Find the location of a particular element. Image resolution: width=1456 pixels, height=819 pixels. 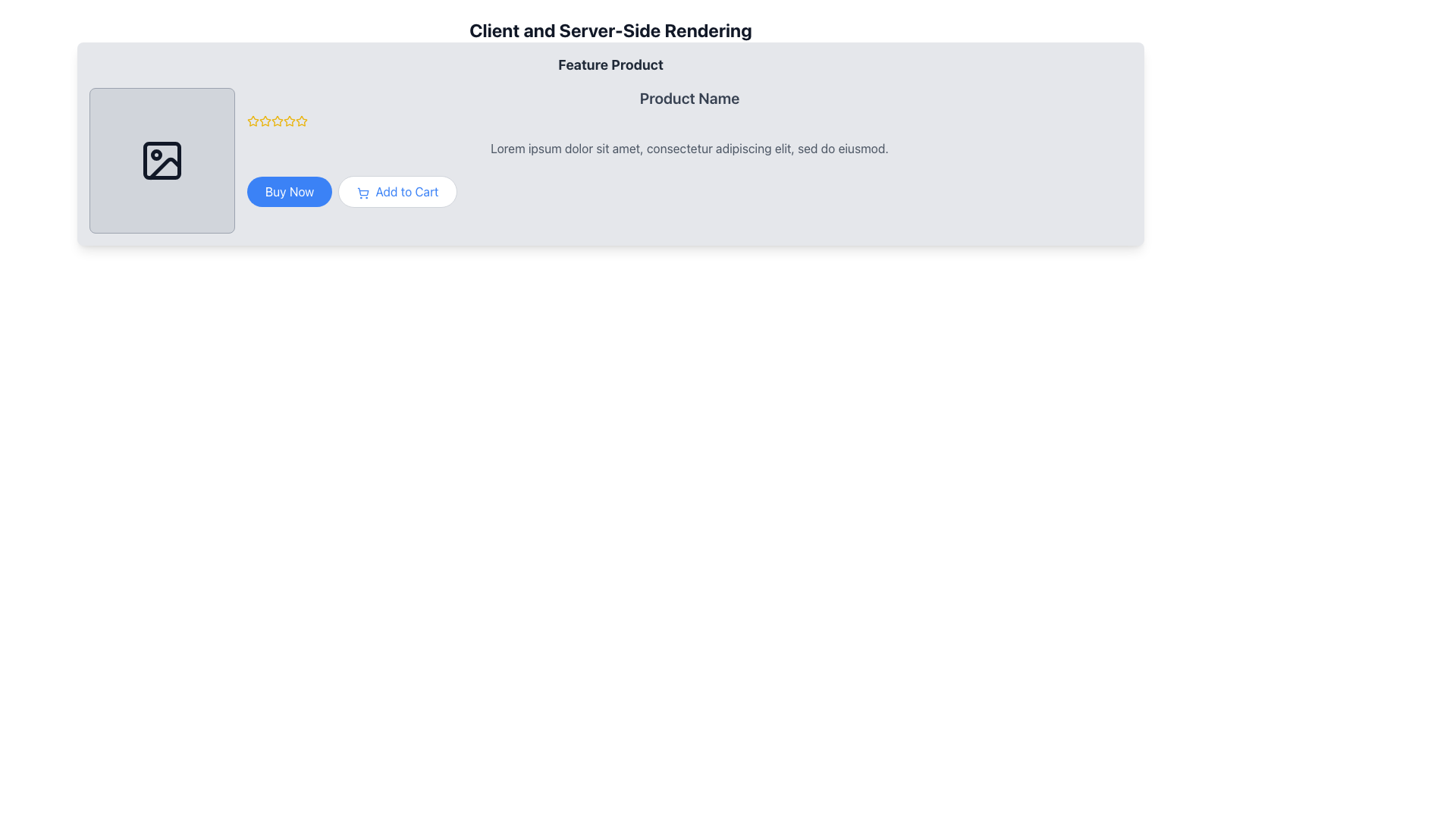

the square with rounded corners inside the SVG image located in the left pane of the product display section is located at coordinates (162, 161).